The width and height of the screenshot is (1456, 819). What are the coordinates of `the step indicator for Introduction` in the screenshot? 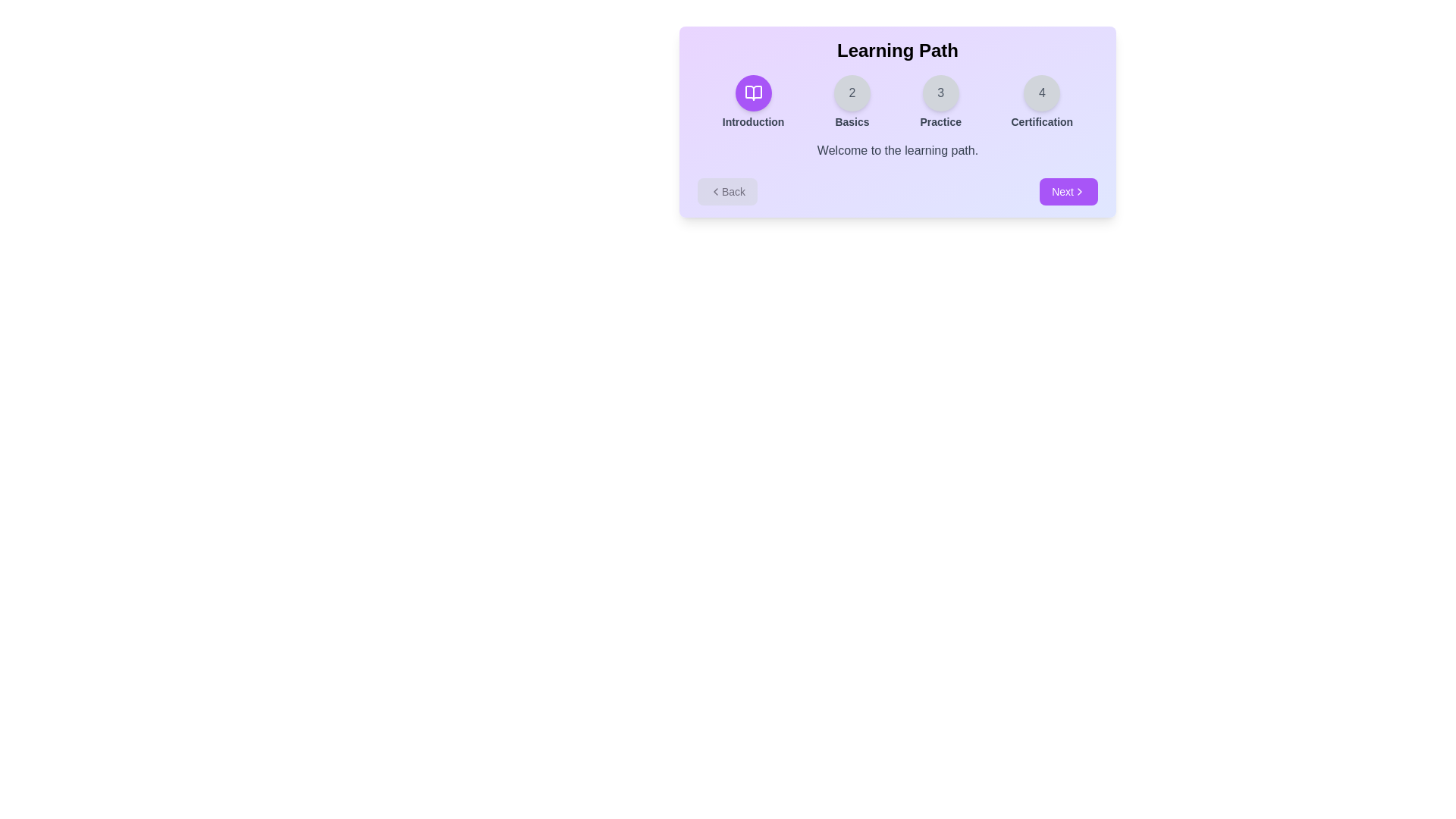 It's located at (753, 102).